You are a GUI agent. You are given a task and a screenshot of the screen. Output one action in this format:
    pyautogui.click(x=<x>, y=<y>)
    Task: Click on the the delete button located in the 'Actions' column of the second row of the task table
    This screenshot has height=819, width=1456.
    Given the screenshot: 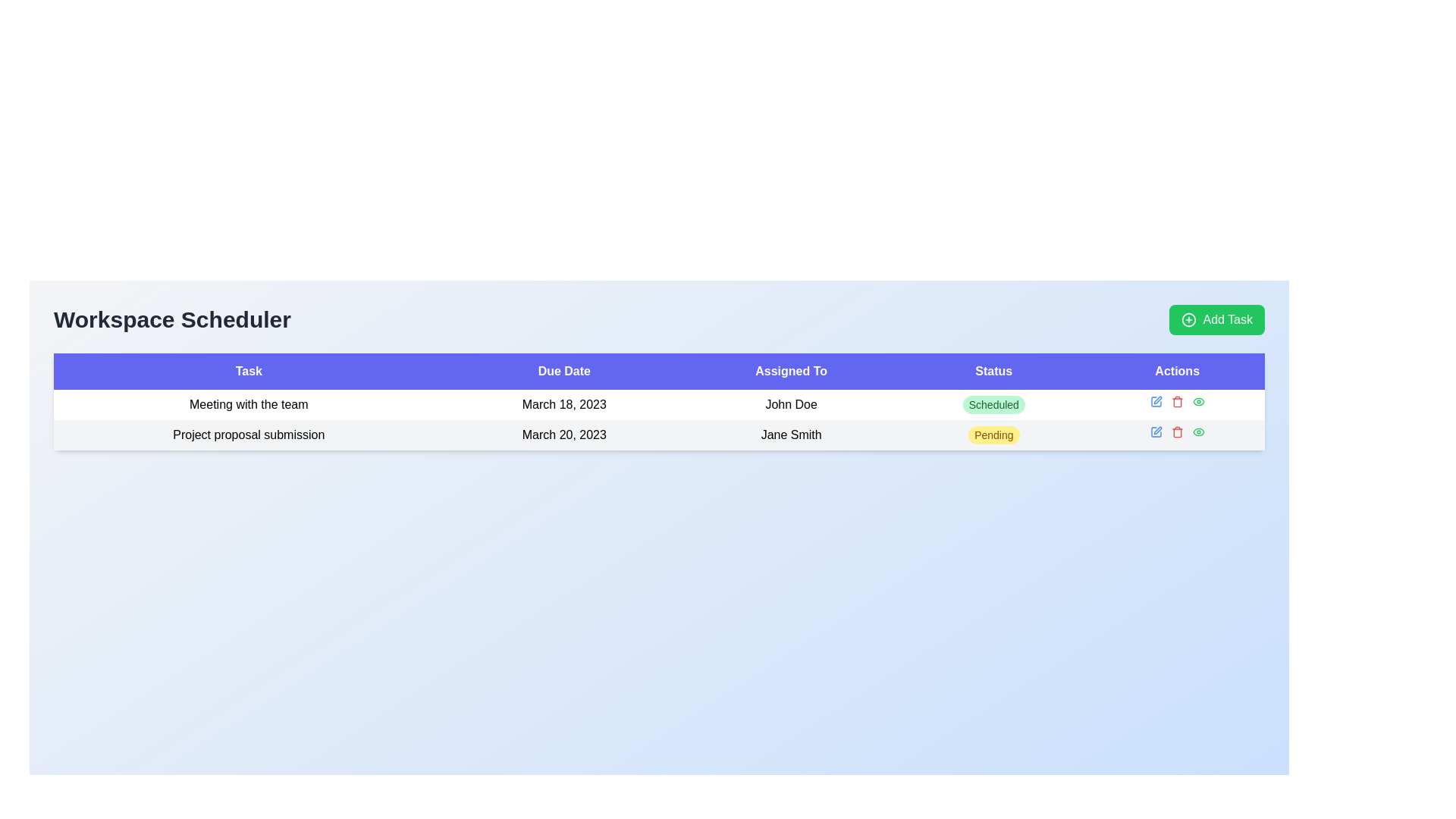 What is the action you would take?
    pyautogui.click(x=1176, y=400)
    